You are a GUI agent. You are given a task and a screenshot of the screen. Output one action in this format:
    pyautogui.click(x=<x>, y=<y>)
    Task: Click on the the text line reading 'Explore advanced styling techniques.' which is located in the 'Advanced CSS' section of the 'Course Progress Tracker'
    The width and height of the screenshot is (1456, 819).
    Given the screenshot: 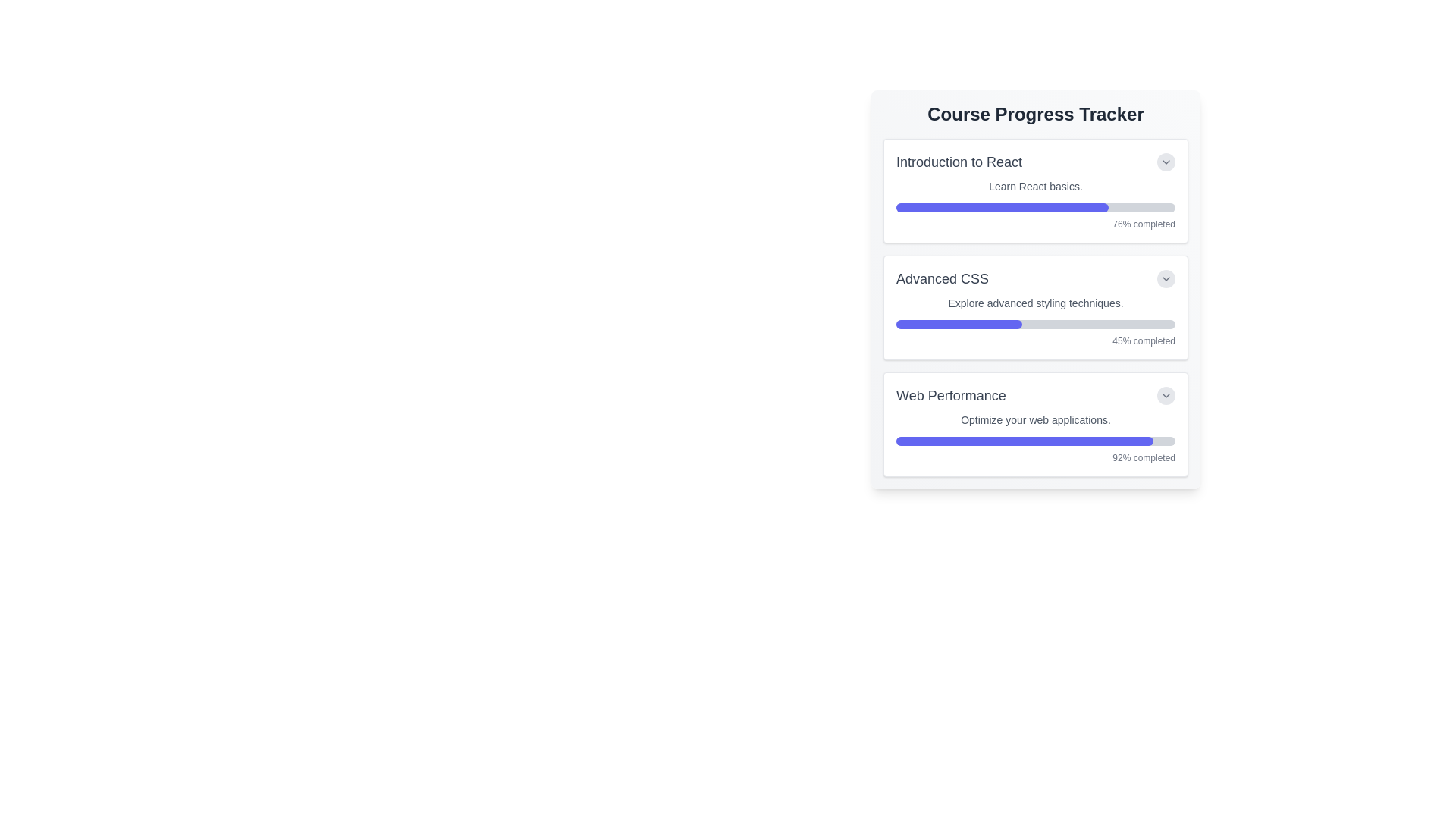 What is the action you would take?
    pyautogui.click(x=1035, y=303)
    